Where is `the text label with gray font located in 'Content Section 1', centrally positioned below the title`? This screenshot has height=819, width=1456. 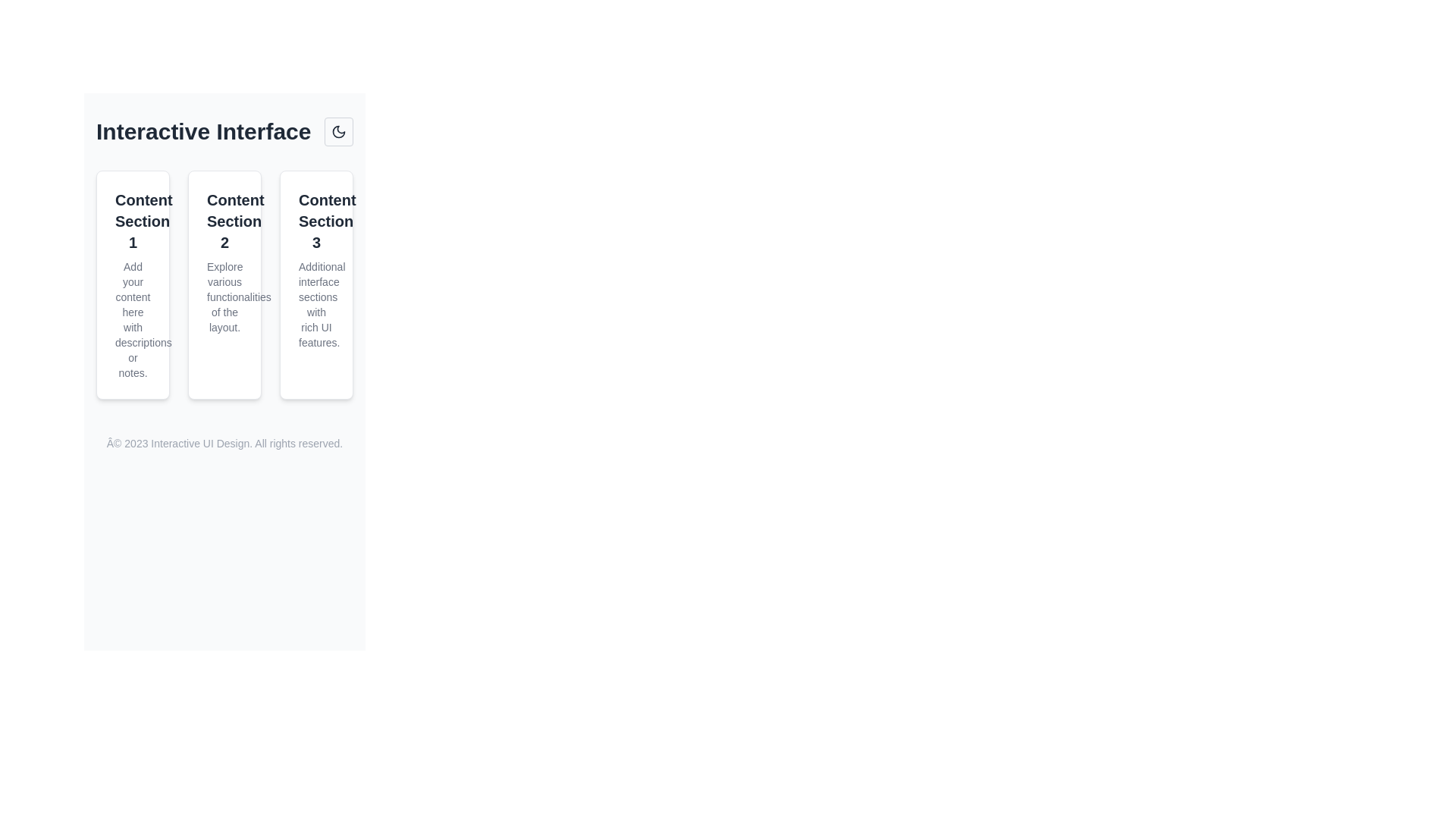 the text label with gray font located in 'Content Section 1', centrally positioned below the title is located at coordinates (133, 318).